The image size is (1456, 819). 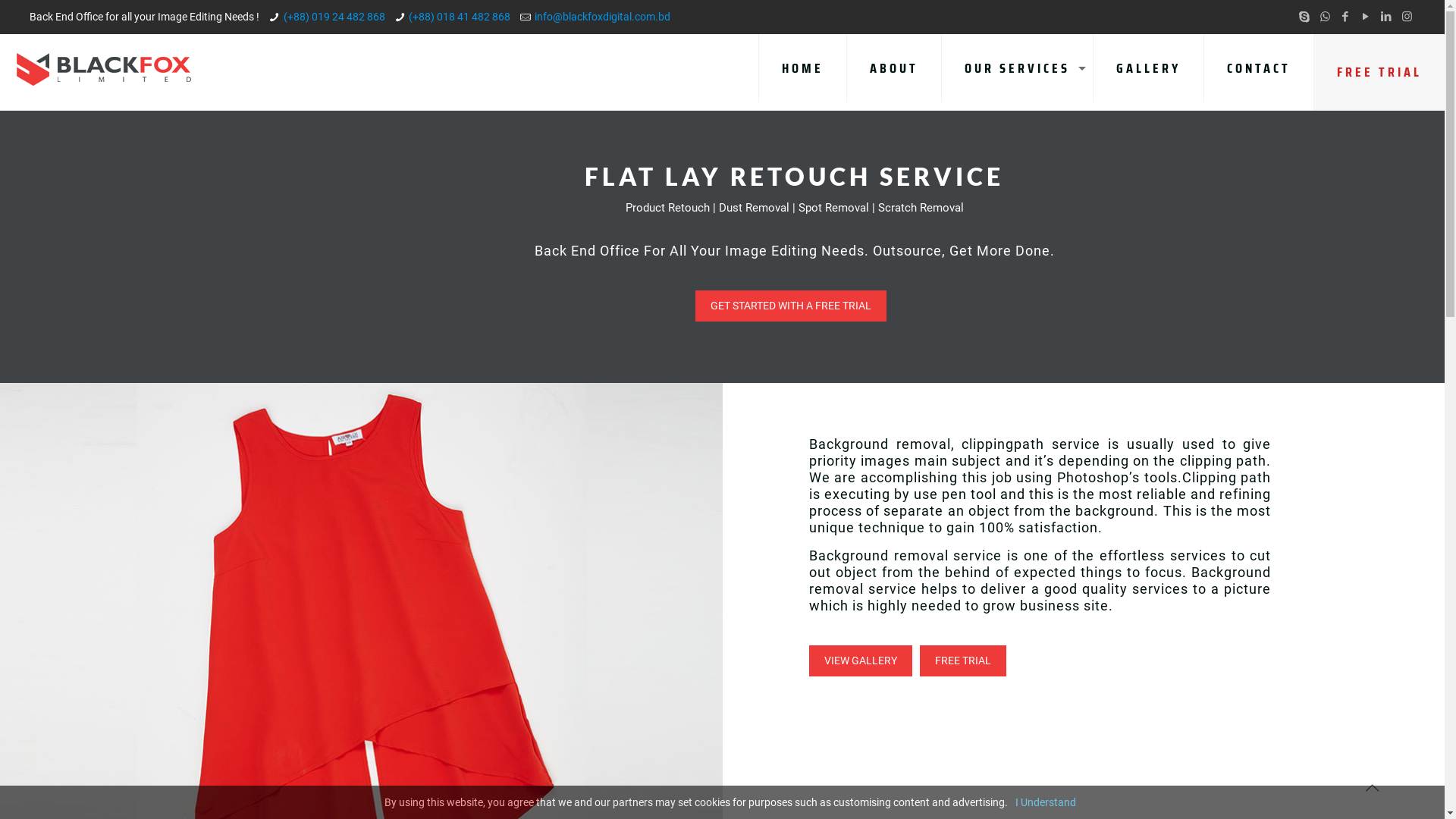 What do you see at coordinates (1304, 17) in the screenshot?
I see `'Skype'` at bounding box center [1304, 17].